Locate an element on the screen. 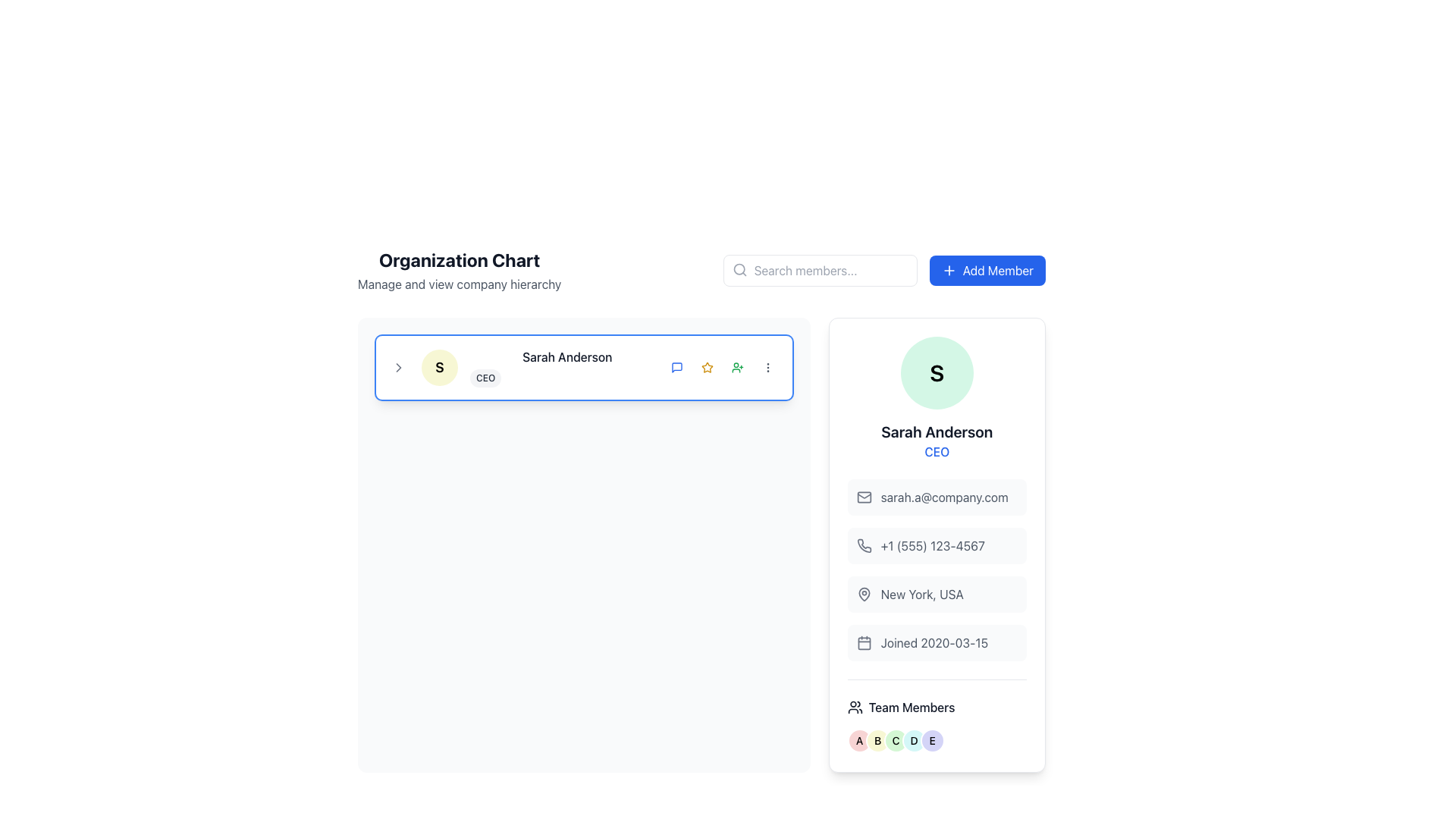  interaction on the '+' icon located to the left of the 'Add Member' button text label is located at coordinates (948, 270).